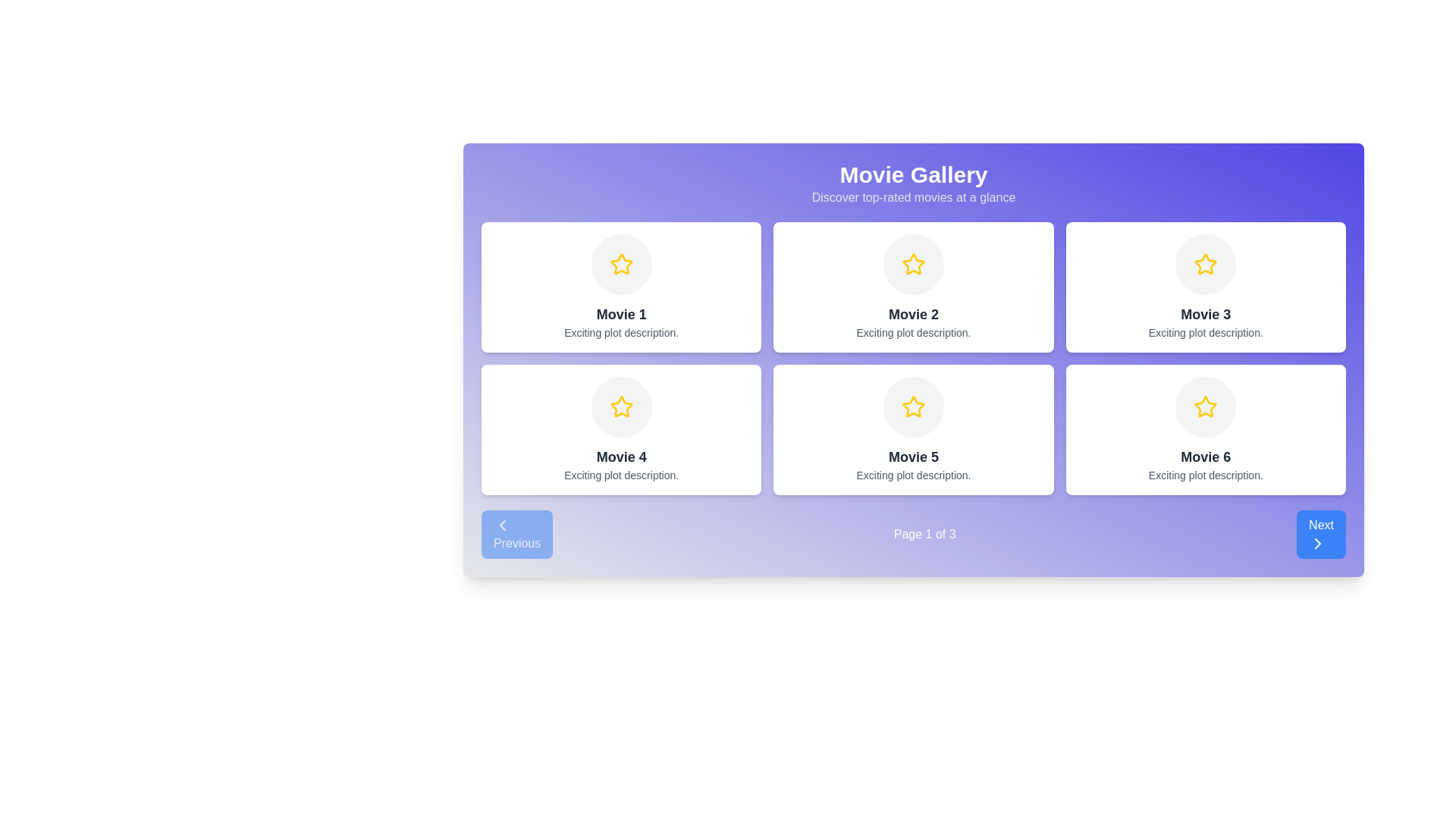  I want to click on the bold, white text displaying the title 'Movie Gallery' located at the top central area of the interface on a gradient purple background, so click(912, 174).